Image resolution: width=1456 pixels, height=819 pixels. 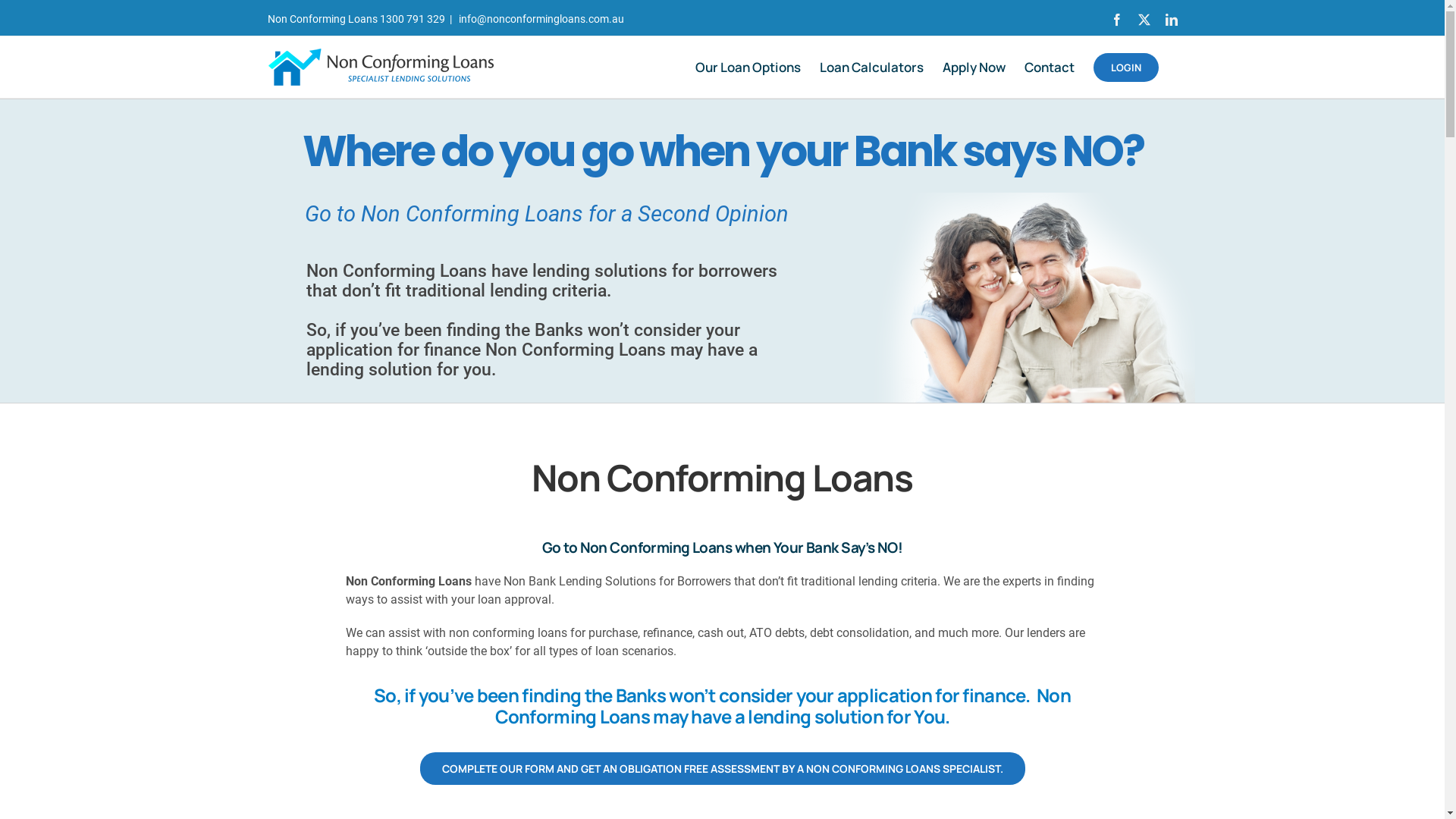 I want to click on 'Loan Calculators', so click(x=871, y=66).